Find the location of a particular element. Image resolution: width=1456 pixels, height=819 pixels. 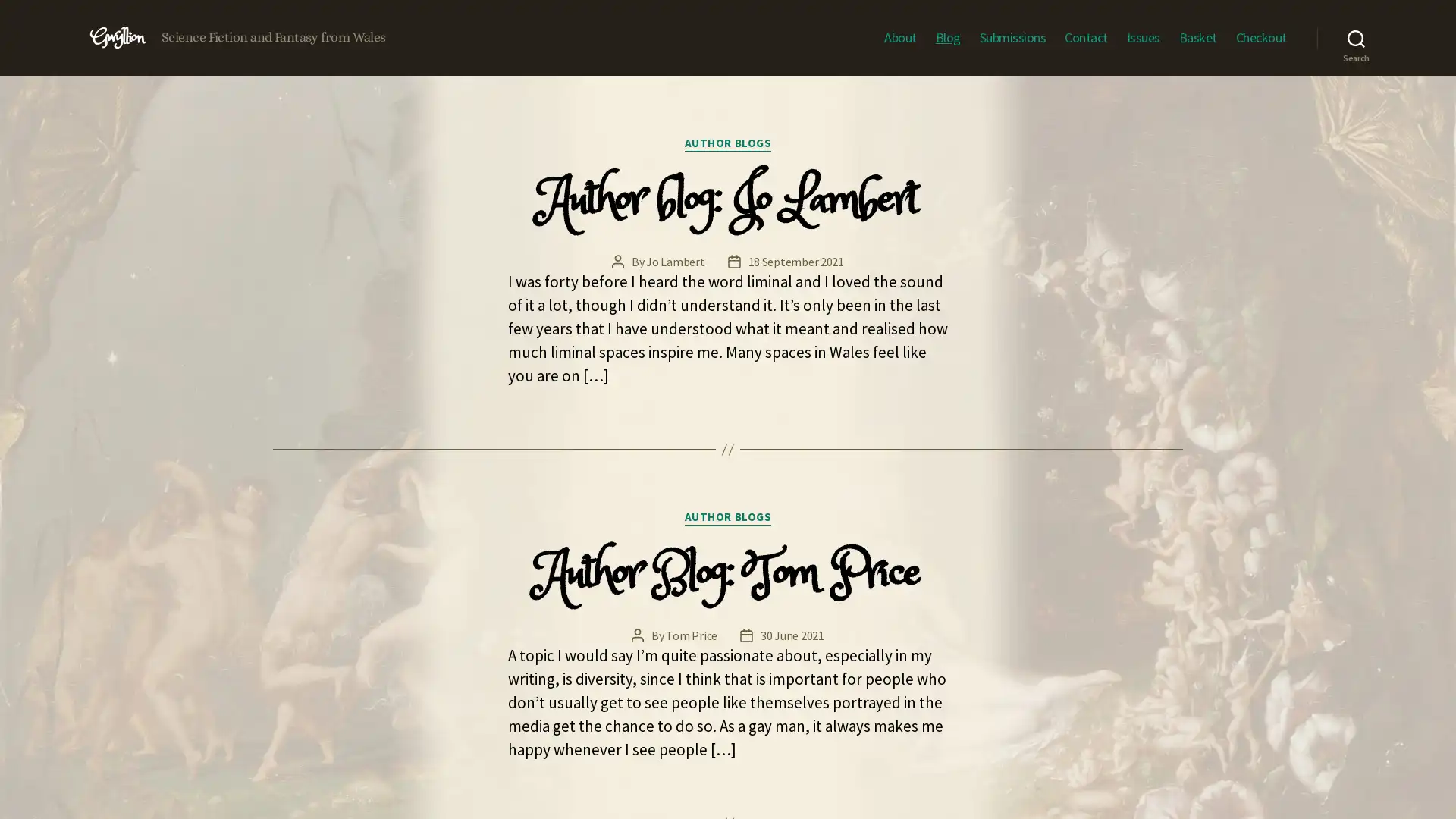

Search is located at coordinates (1356, 37).